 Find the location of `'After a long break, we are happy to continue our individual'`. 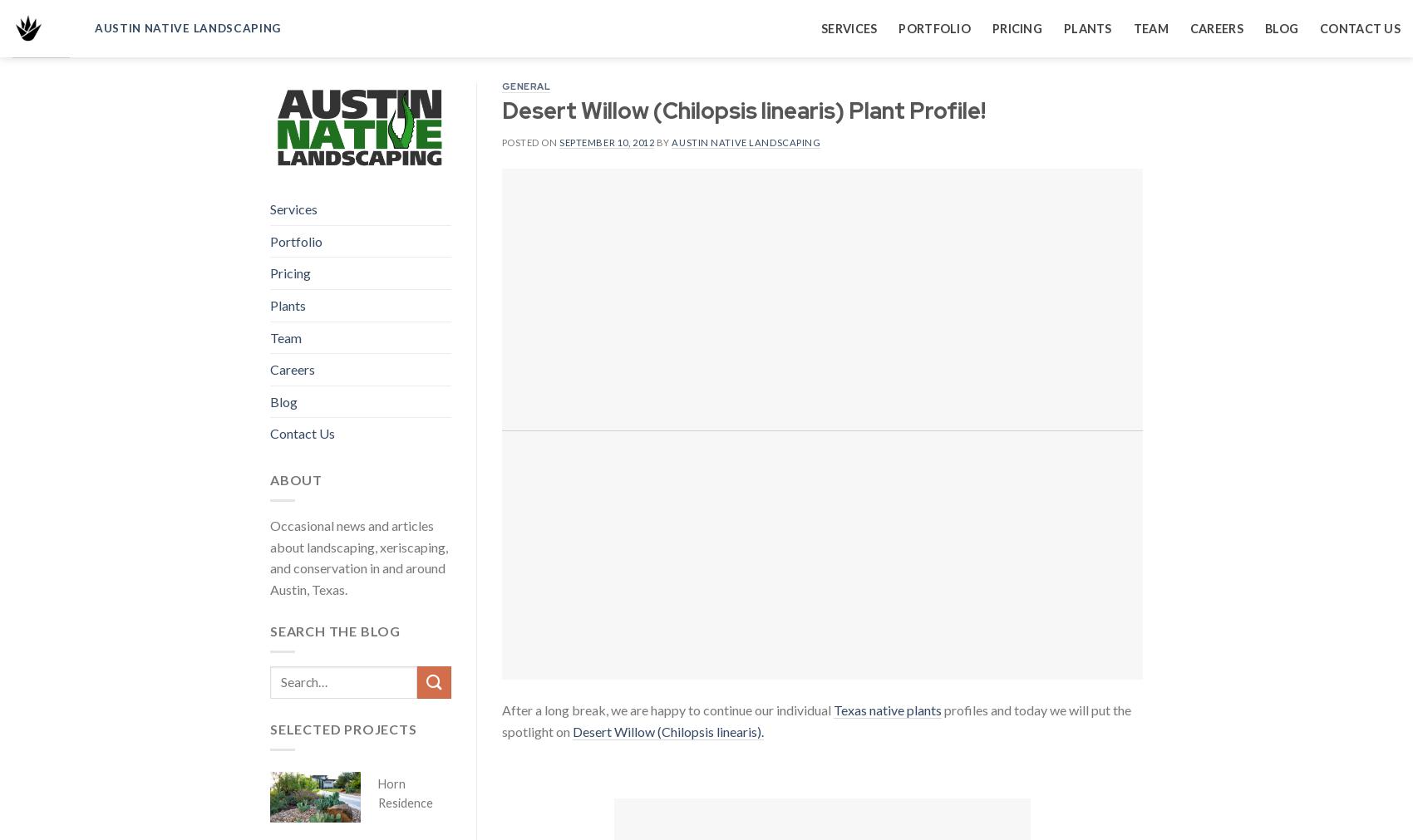

'After a long break, we are happy to continue our individual' is located at coordinates (500, 710).